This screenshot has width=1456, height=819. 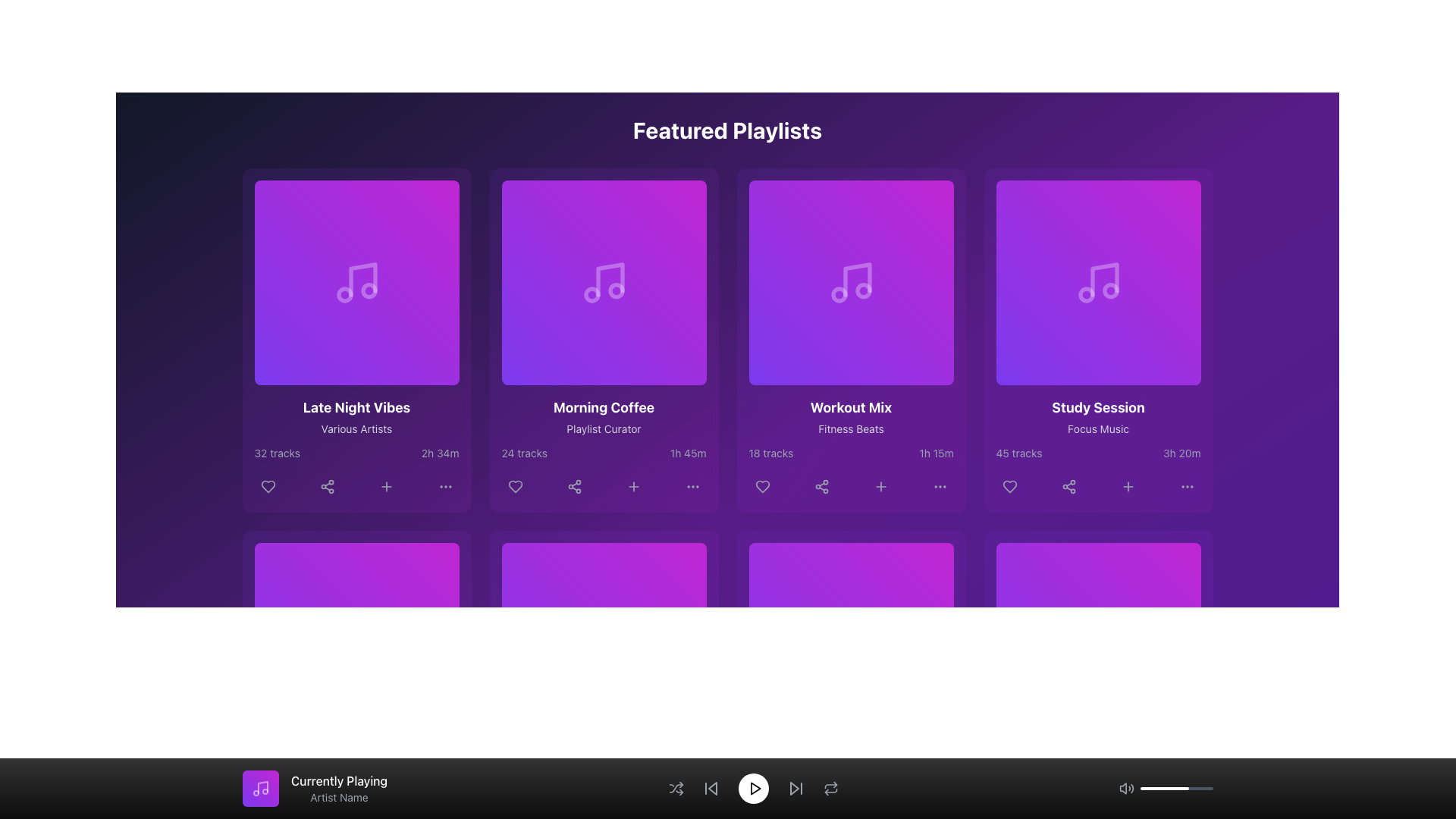 What do you see at coordinates (444, 486) in the screenshot?
I see `the ellipsis button located at the rightmost end of the row of functionalities below the 'Late Night Vibes' playlist card` at bounding box center [444, 486].